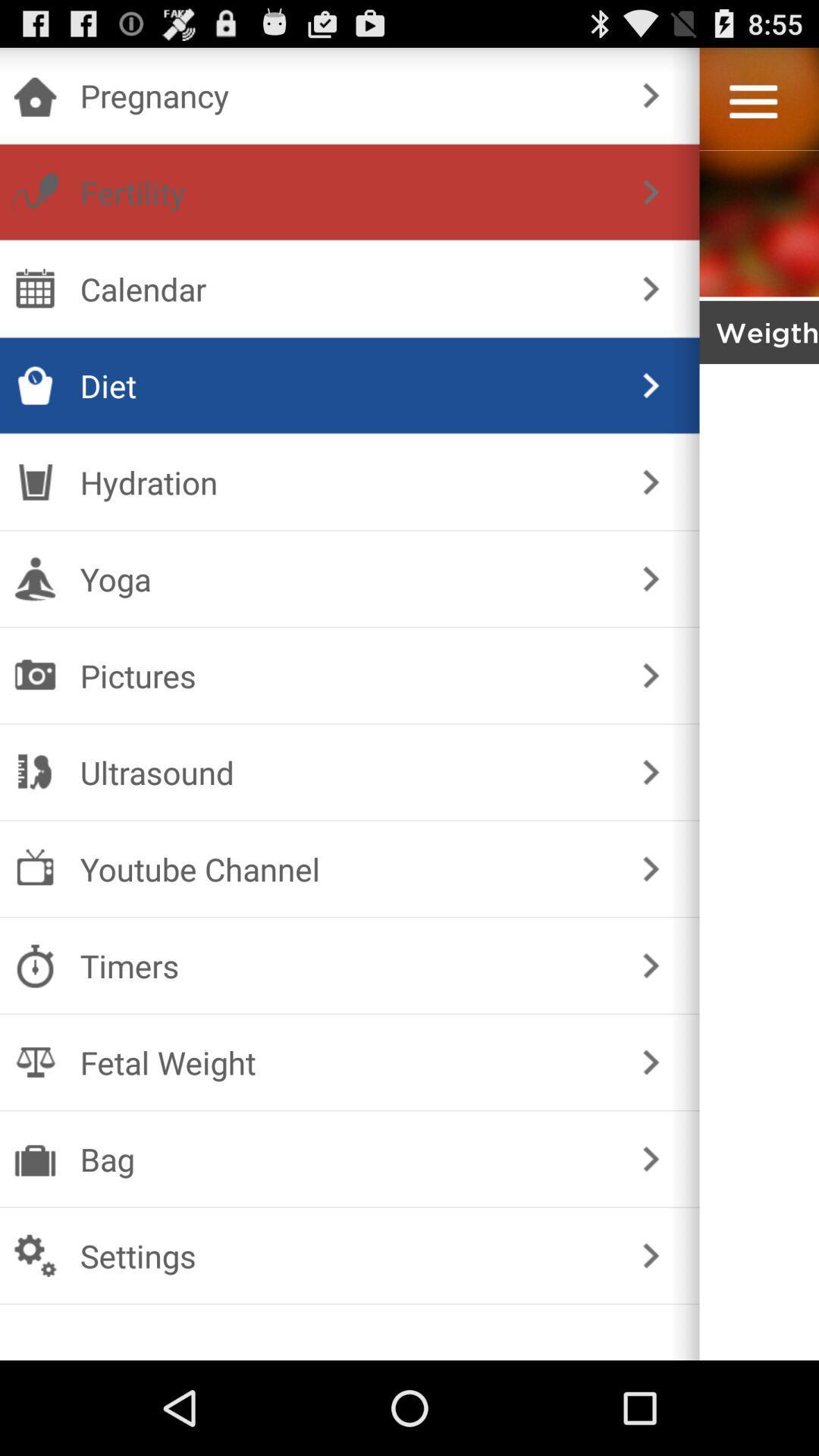 This screenshot has height=1456, width=819. What do you see at coordinates (347, 94) in the screenshot?
I see `the pregnancy` at bounding box center [347, 94].